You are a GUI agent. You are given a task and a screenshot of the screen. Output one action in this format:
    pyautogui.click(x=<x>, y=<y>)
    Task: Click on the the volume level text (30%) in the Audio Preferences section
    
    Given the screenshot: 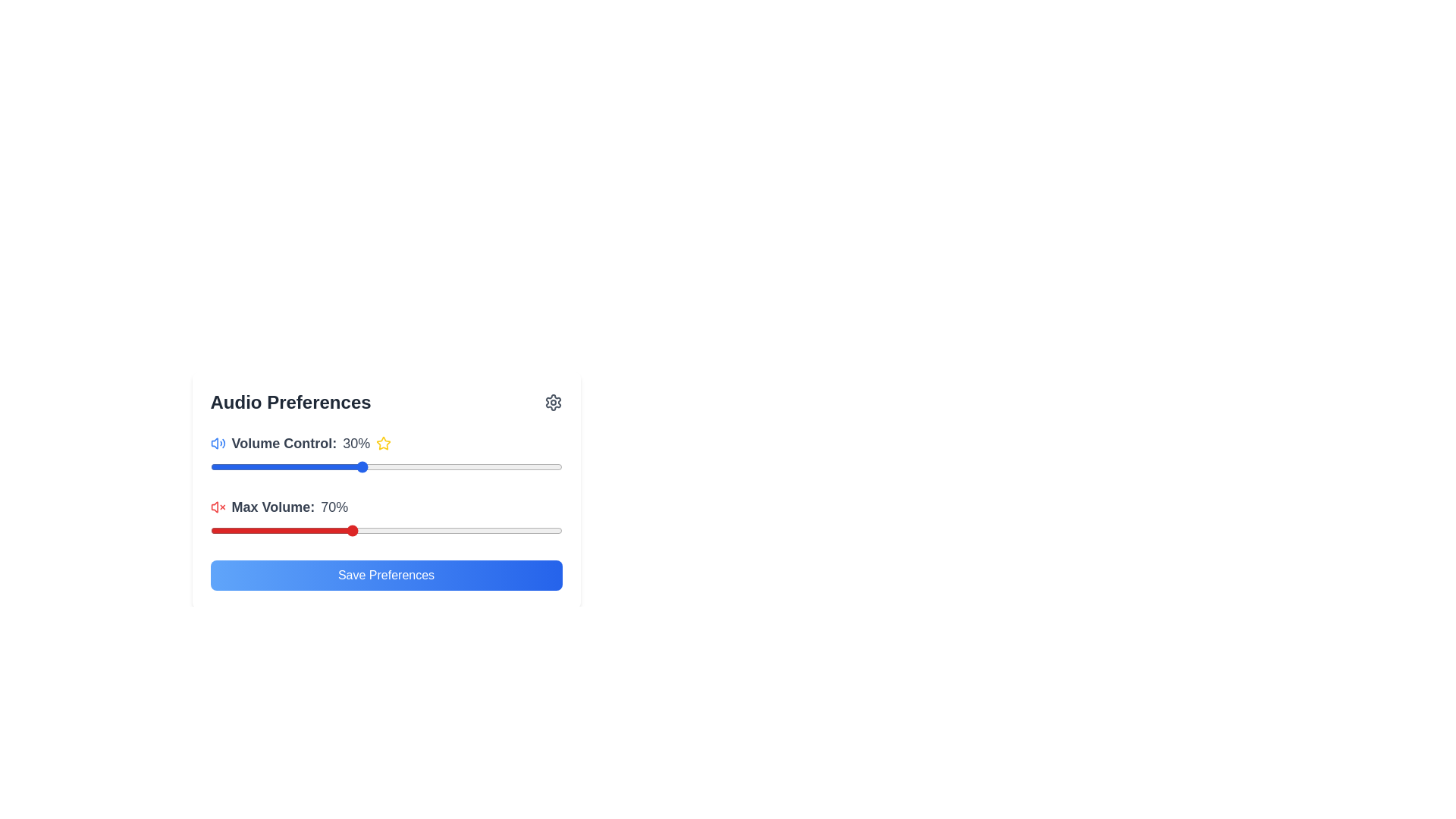 What is the action you would take?
    pyautogui.click(x=386, y=455)
    